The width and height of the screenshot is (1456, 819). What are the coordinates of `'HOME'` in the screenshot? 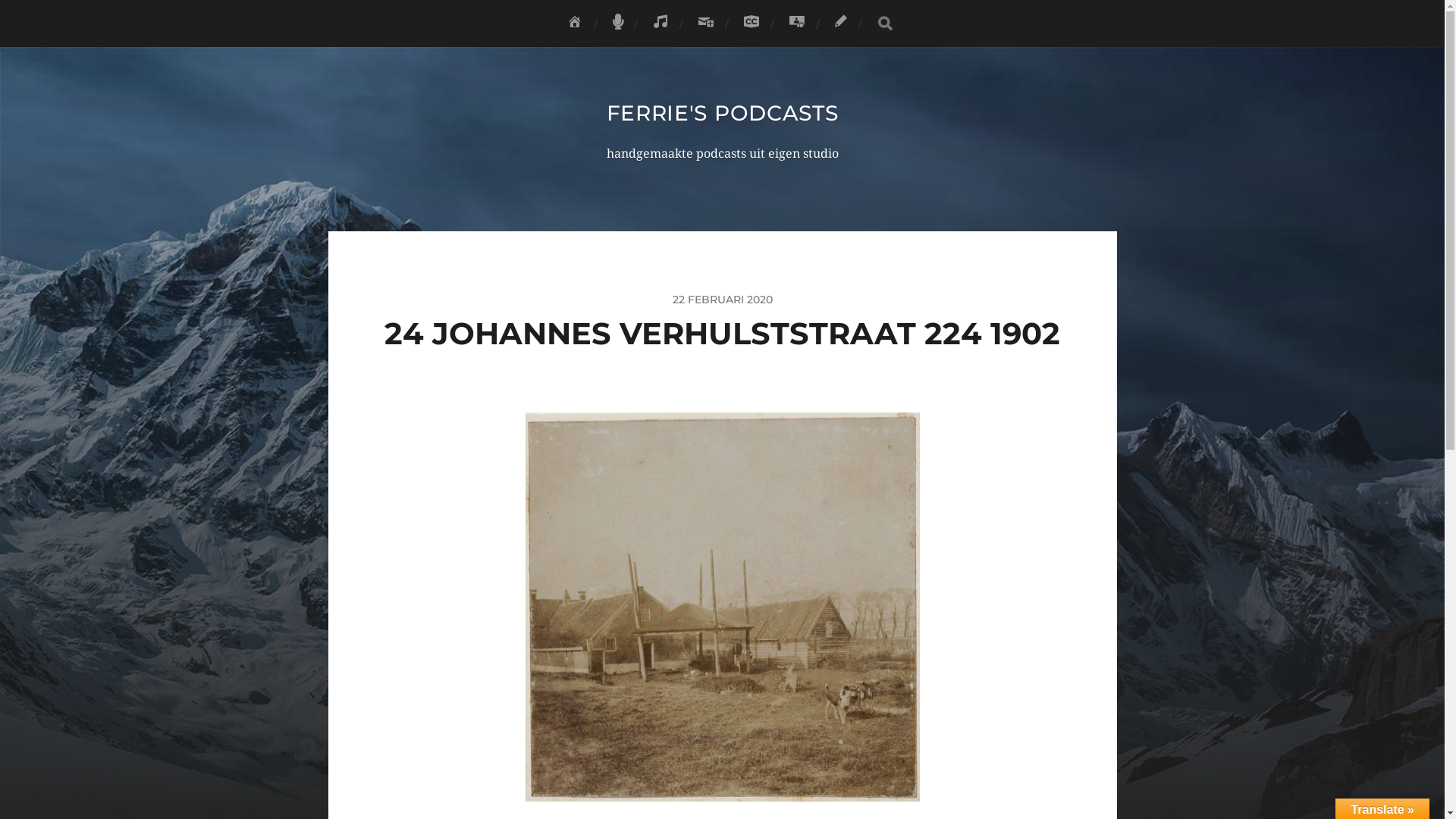 It's located at (574, 23).